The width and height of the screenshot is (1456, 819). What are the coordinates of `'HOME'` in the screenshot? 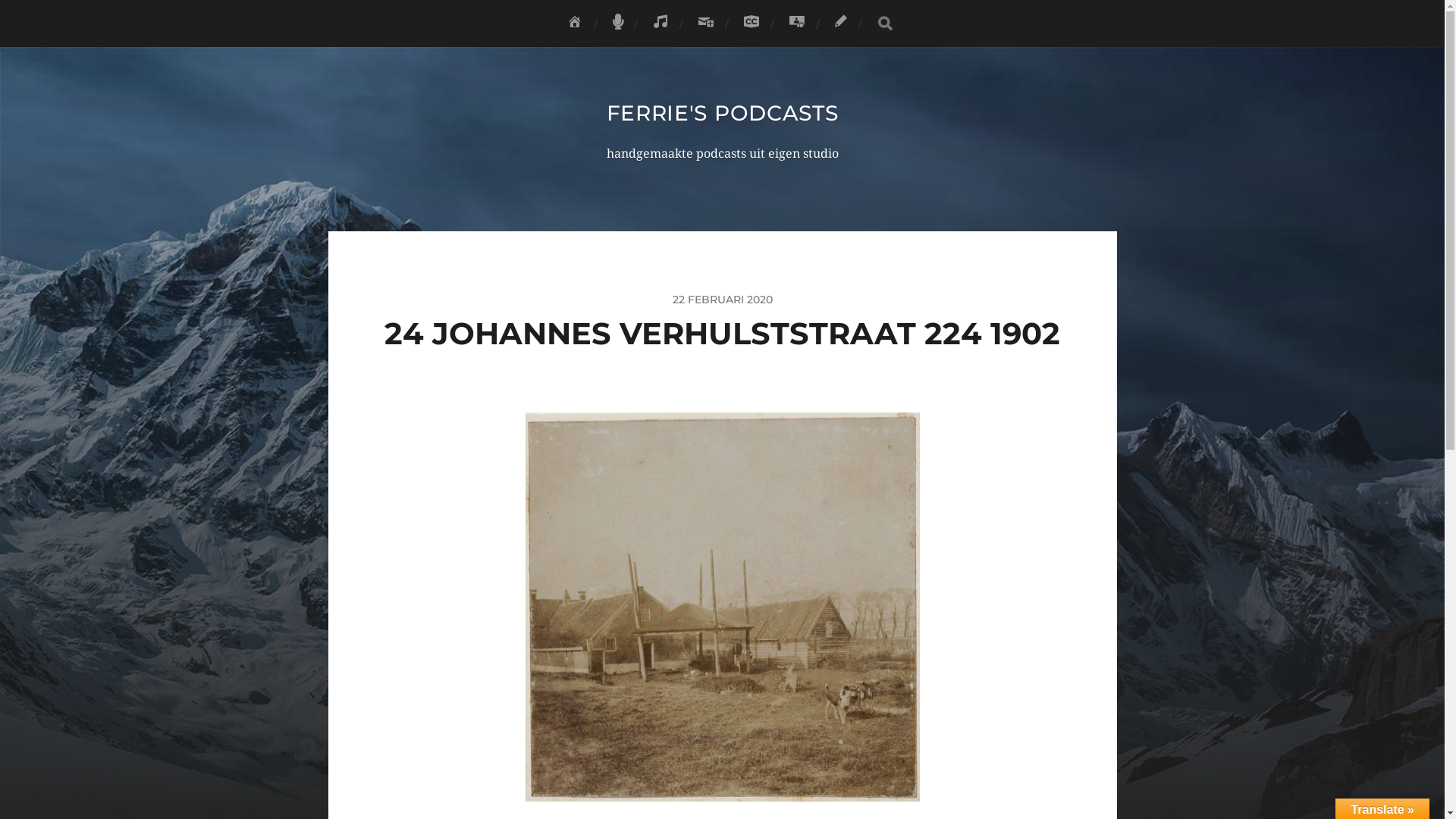 It's located at (574, 23).